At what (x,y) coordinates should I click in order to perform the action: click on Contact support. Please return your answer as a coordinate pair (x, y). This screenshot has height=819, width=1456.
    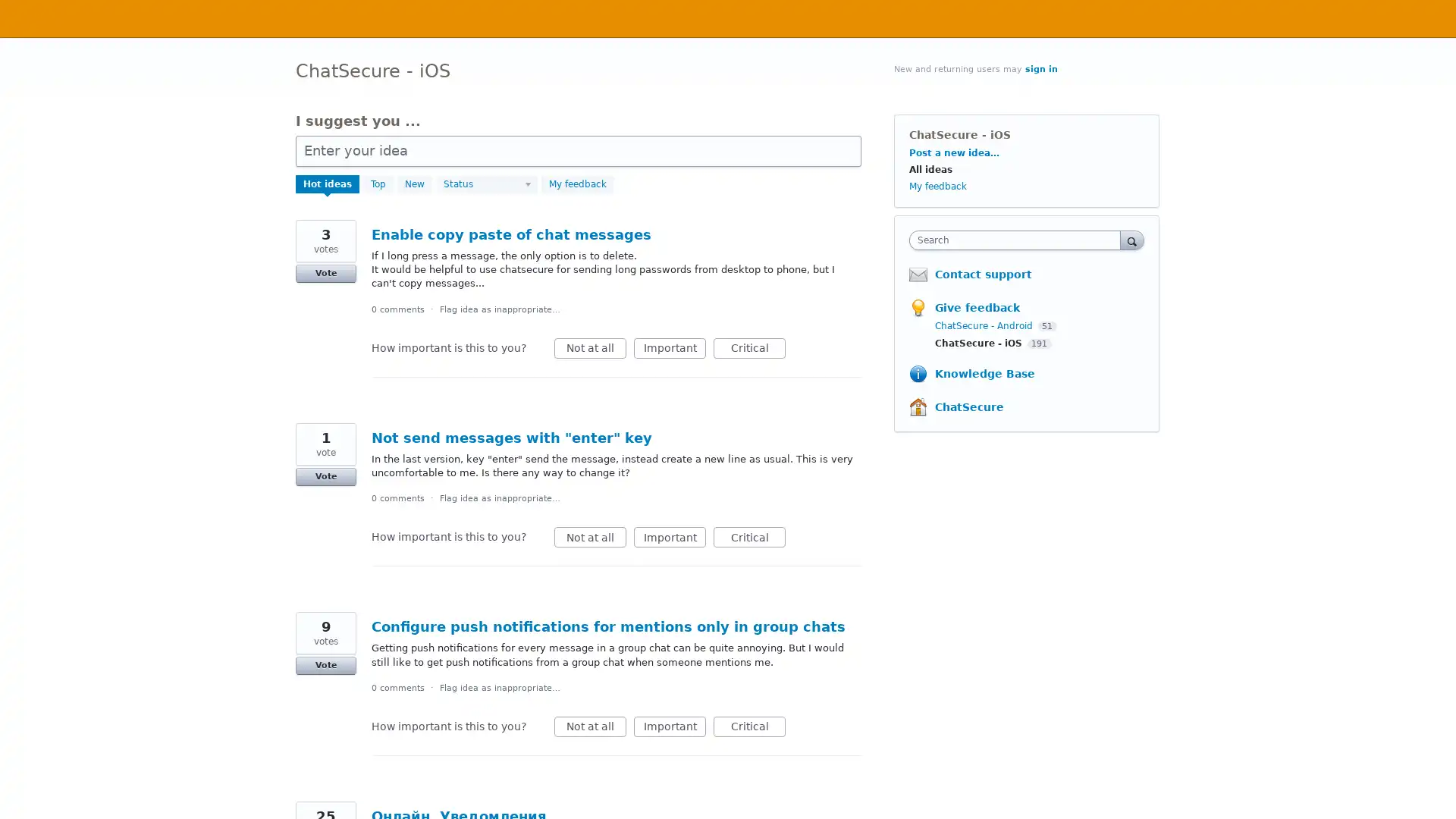
    Looking at the image, I should click on (983, 275).